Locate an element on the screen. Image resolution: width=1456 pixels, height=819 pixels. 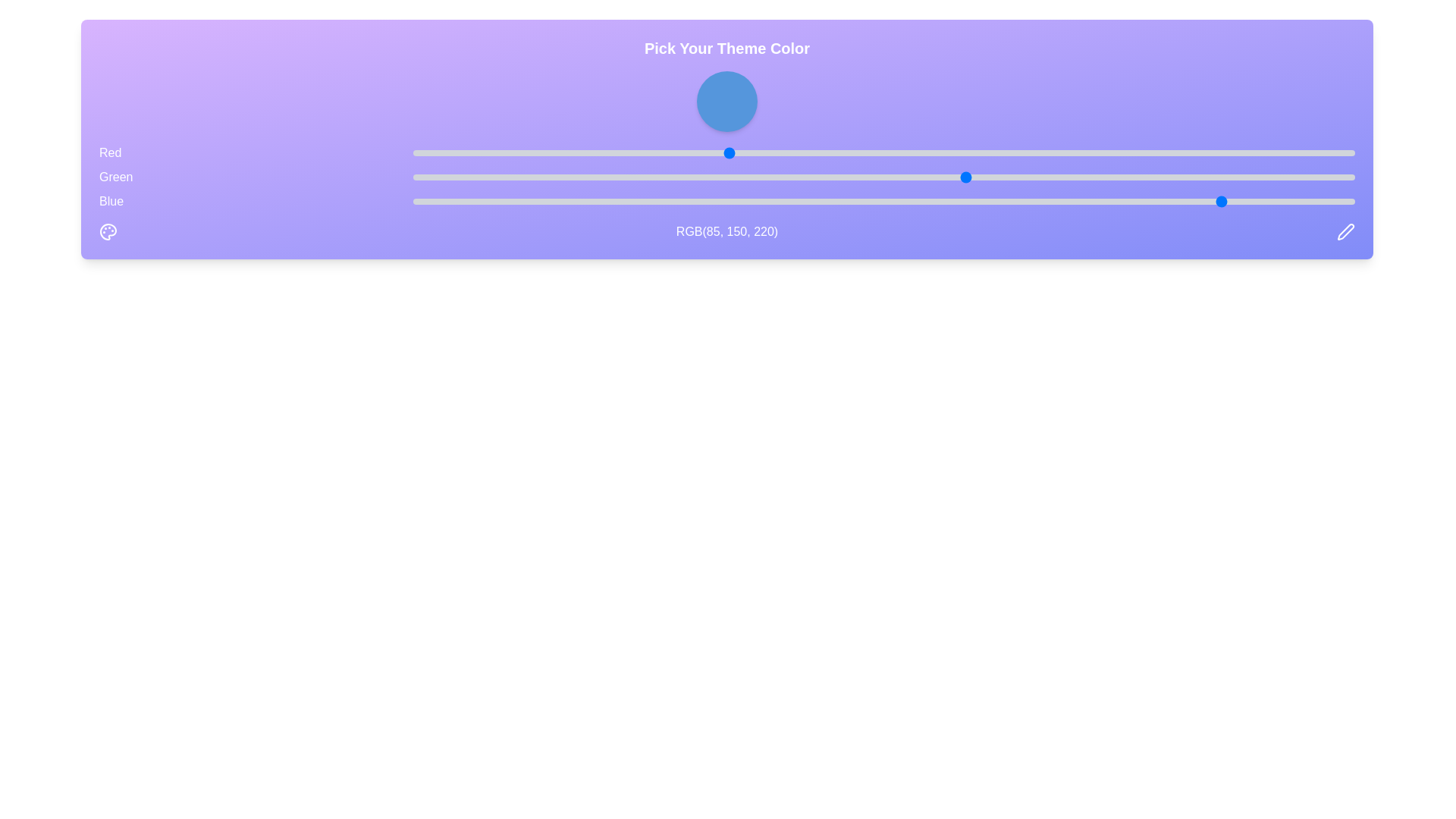
the Blue value is located at coordinates (915, 201).